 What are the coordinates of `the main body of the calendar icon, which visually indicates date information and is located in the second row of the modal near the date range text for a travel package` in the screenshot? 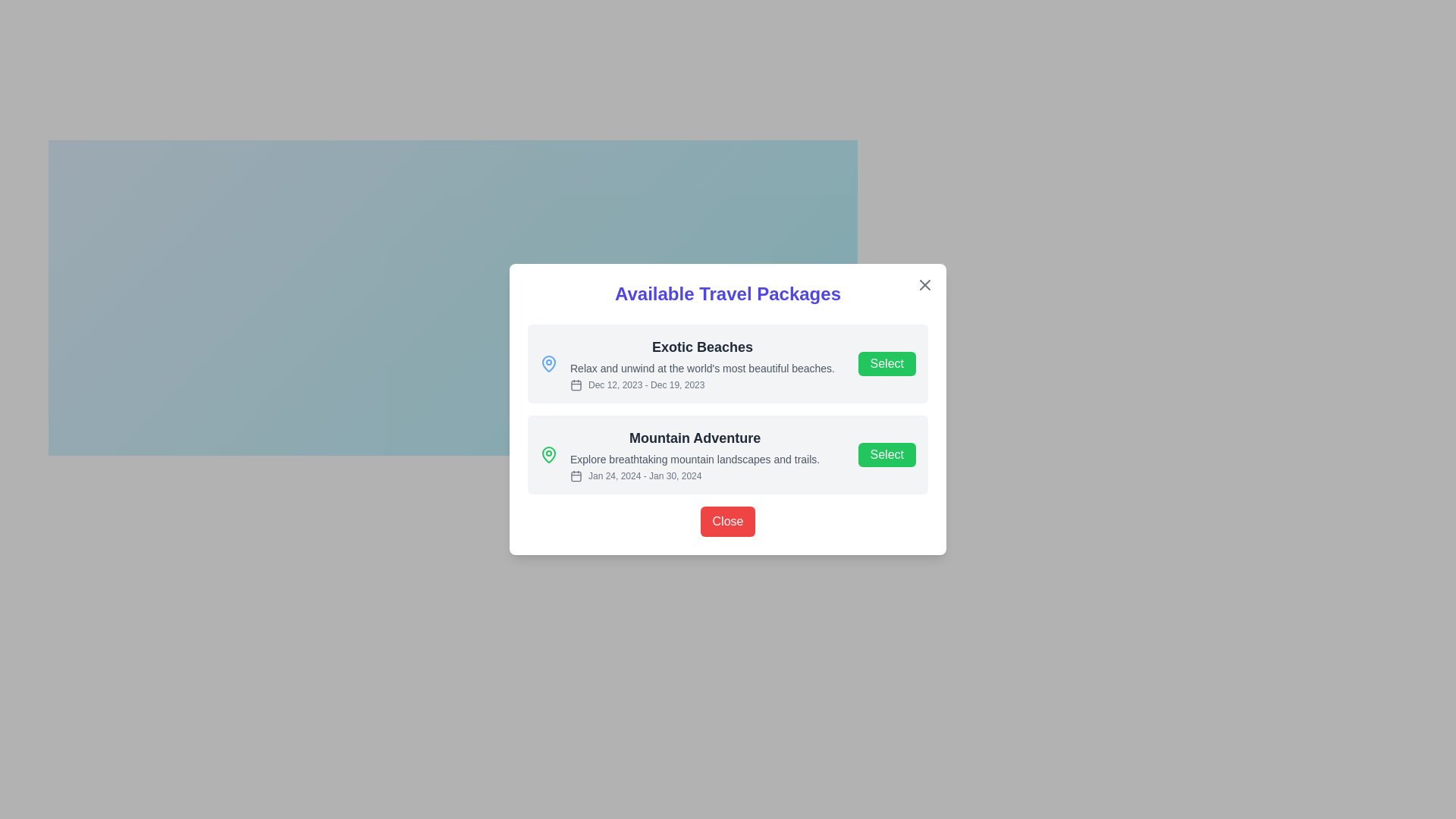 It's located at (575, 475).